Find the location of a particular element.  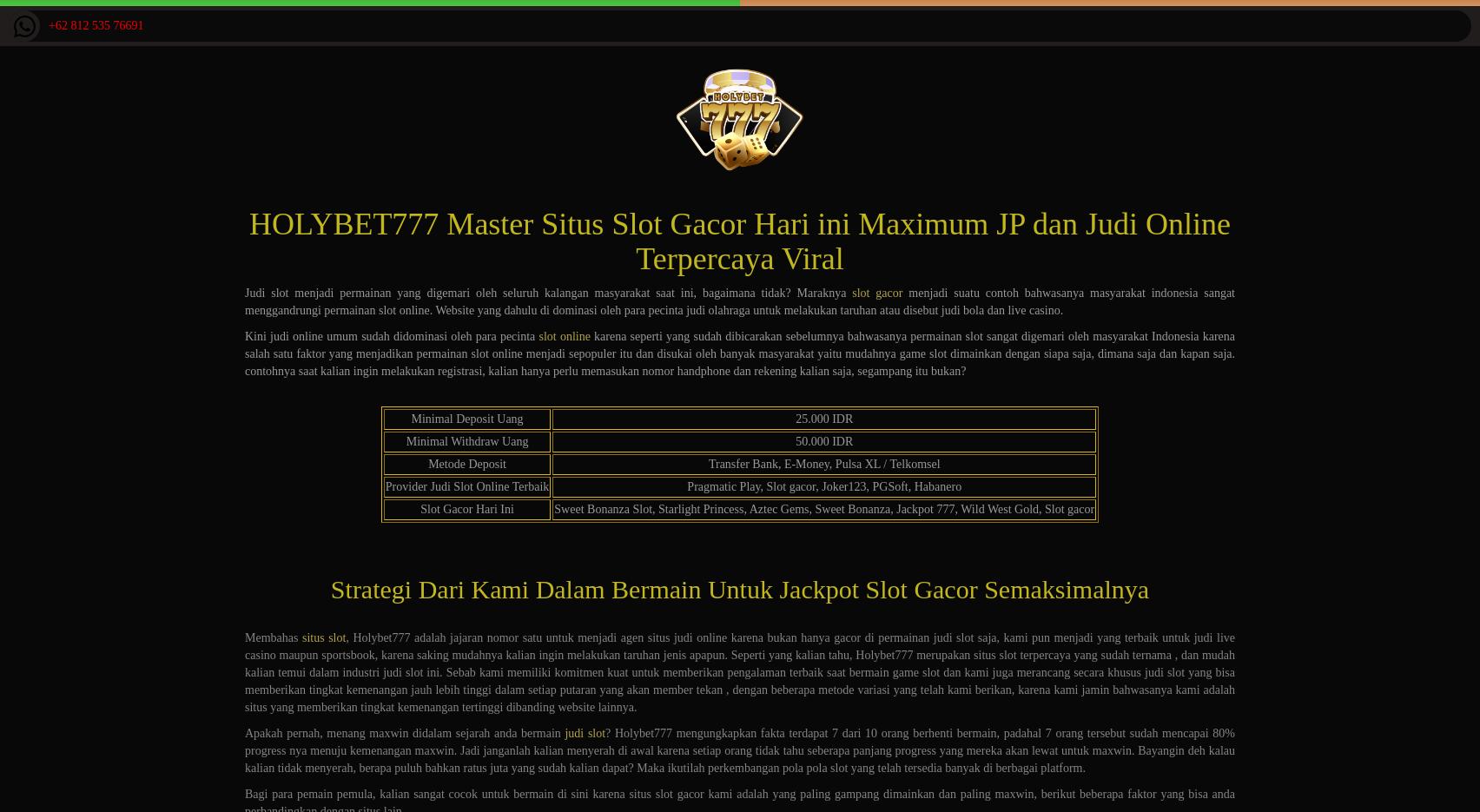

'Slot Gacor Hari Ini' is located at coordinates (466, 509).